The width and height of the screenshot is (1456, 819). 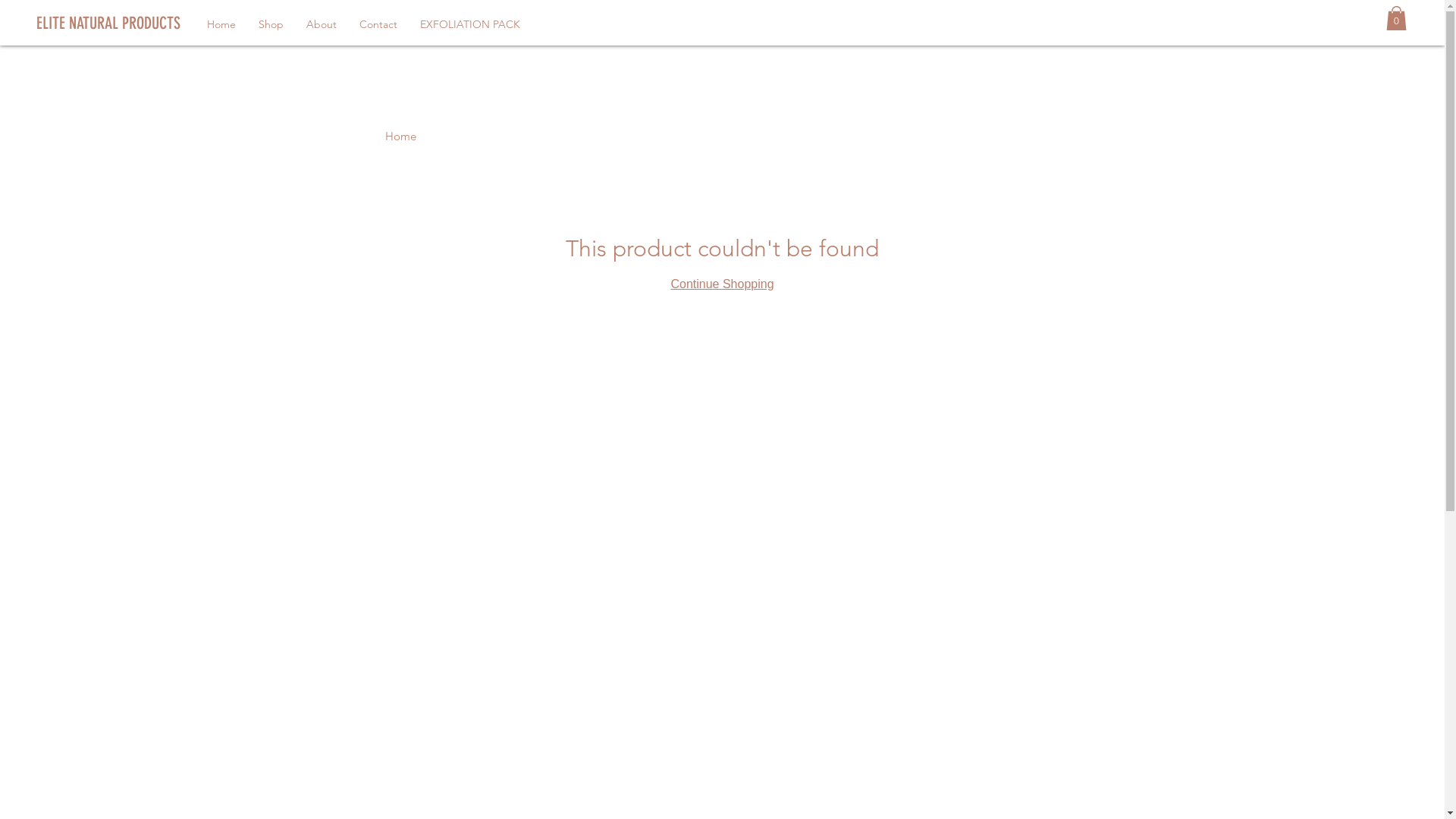 I want to click on '0', so click(x=1395, y=17).